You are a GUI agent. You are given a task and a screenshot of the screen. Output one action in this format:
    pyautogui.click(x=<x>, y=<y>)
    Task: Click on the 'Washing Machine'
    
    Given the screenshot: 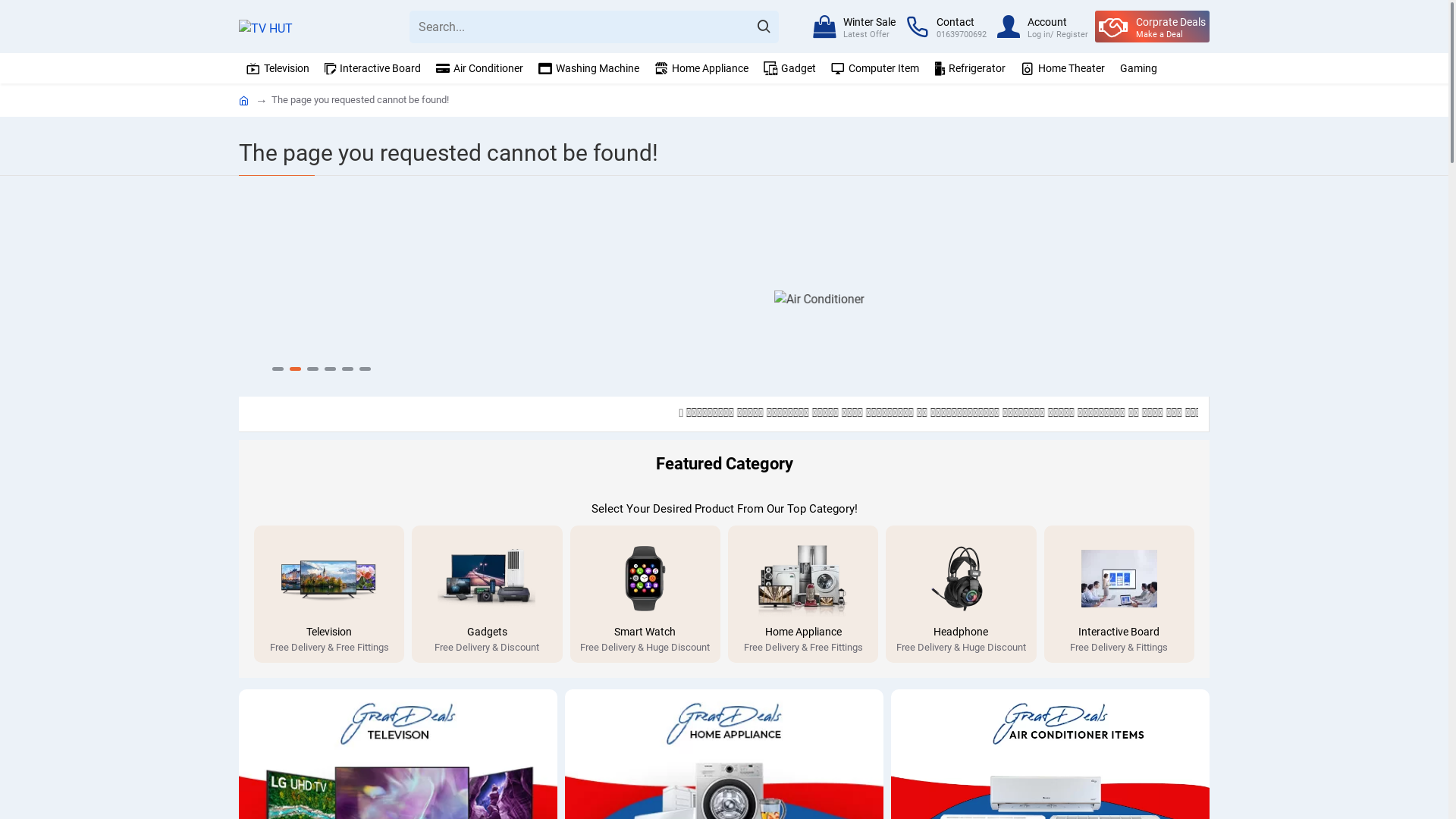 What is the action you would take?
    pyautogui.click(x=585, y=67)
    